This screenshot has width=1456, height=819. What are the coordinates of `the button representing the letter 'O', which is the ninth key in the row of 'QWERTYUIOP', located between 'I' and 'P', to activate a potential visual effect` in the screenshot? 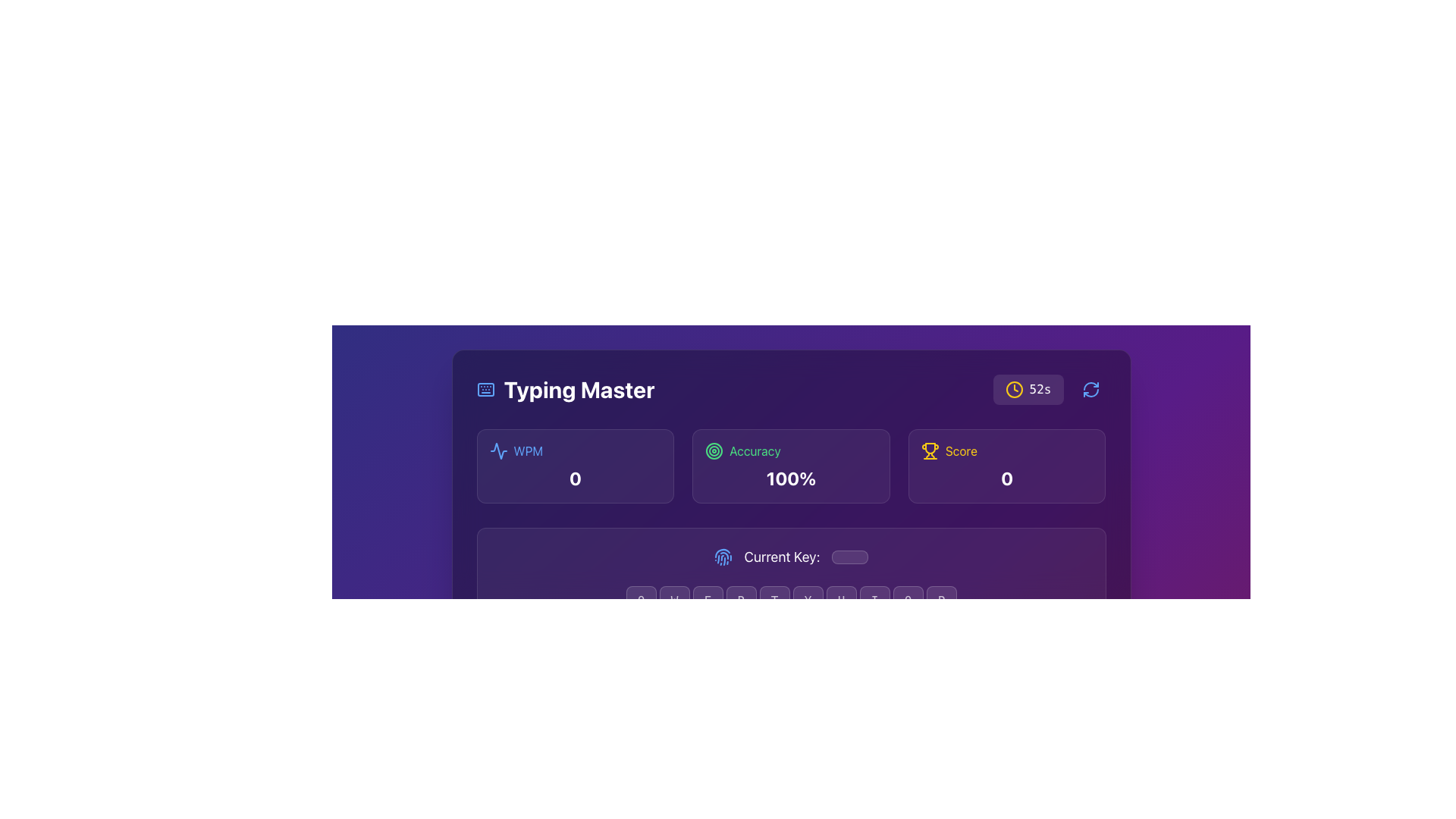 It's located at (908, 601).